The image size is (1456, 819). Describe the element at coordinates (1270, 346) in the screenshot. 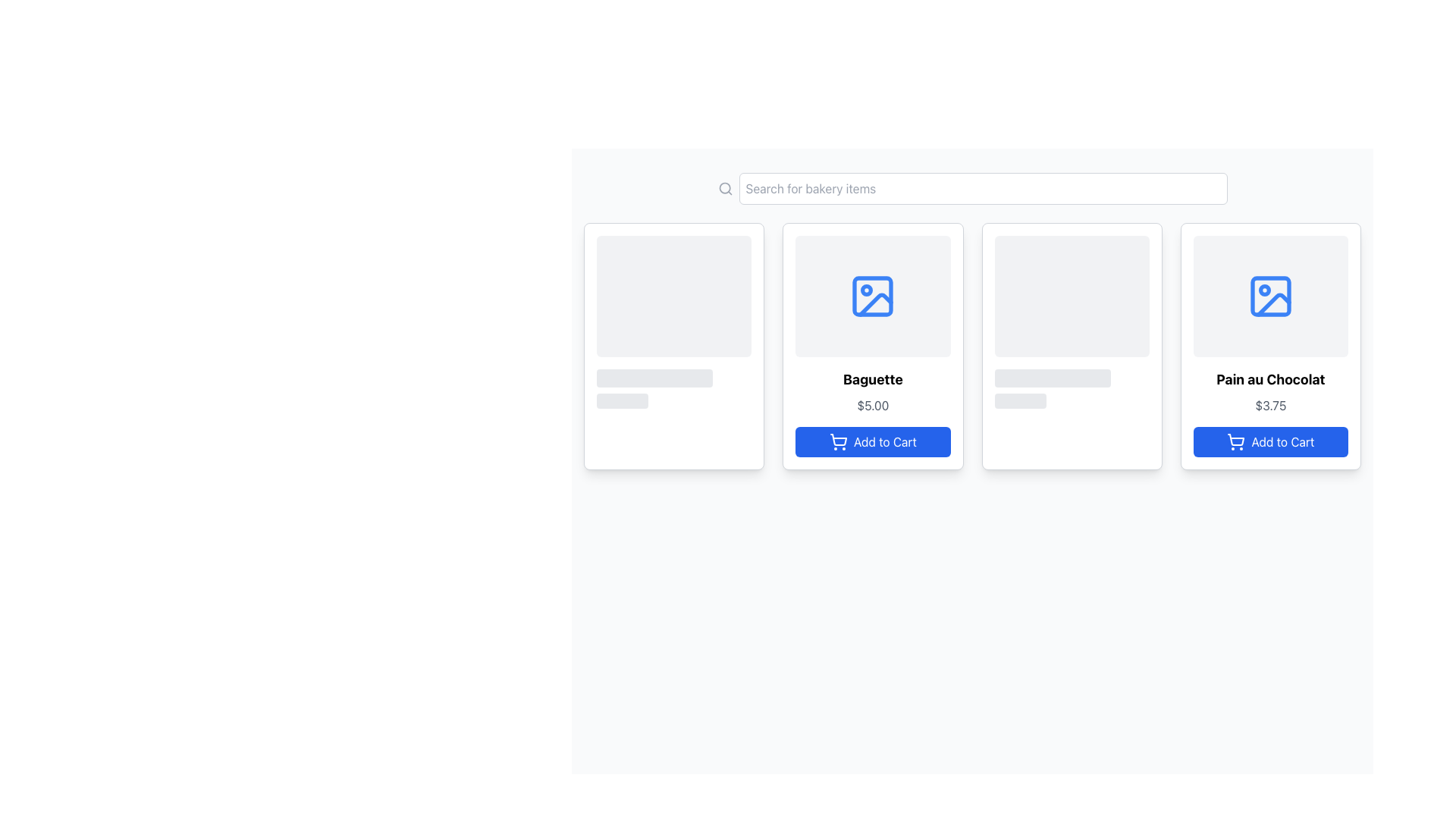

I see `product details from the 'Pain au Chocolat' card, which is the fourth item in the rightmost column of the responsive grid layout` at that location.